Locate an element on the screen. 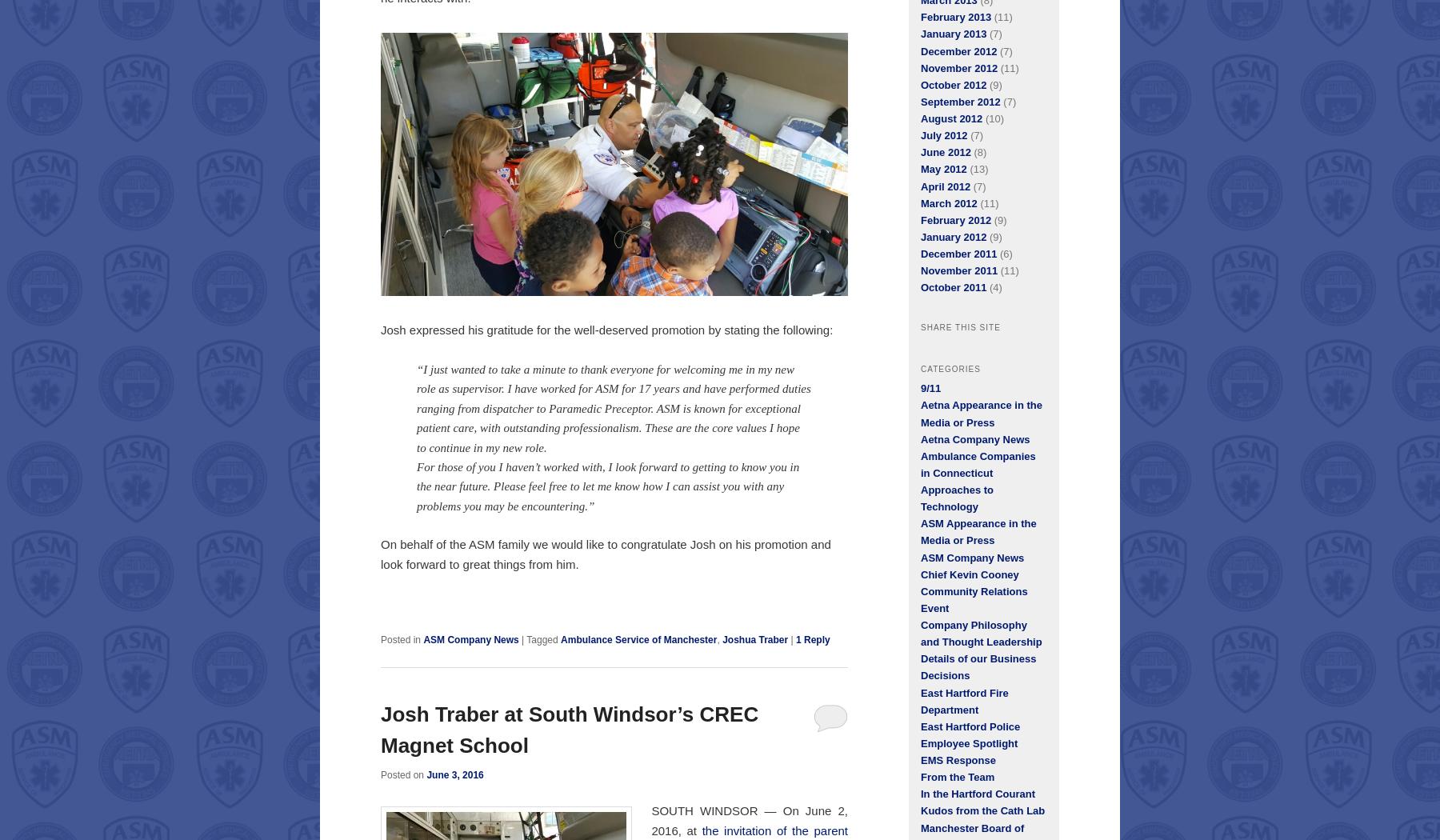 This screenshot has width=1440, height=840. 'Aetna Appearance in the Media or Press' is located at coordinates (980, 413).